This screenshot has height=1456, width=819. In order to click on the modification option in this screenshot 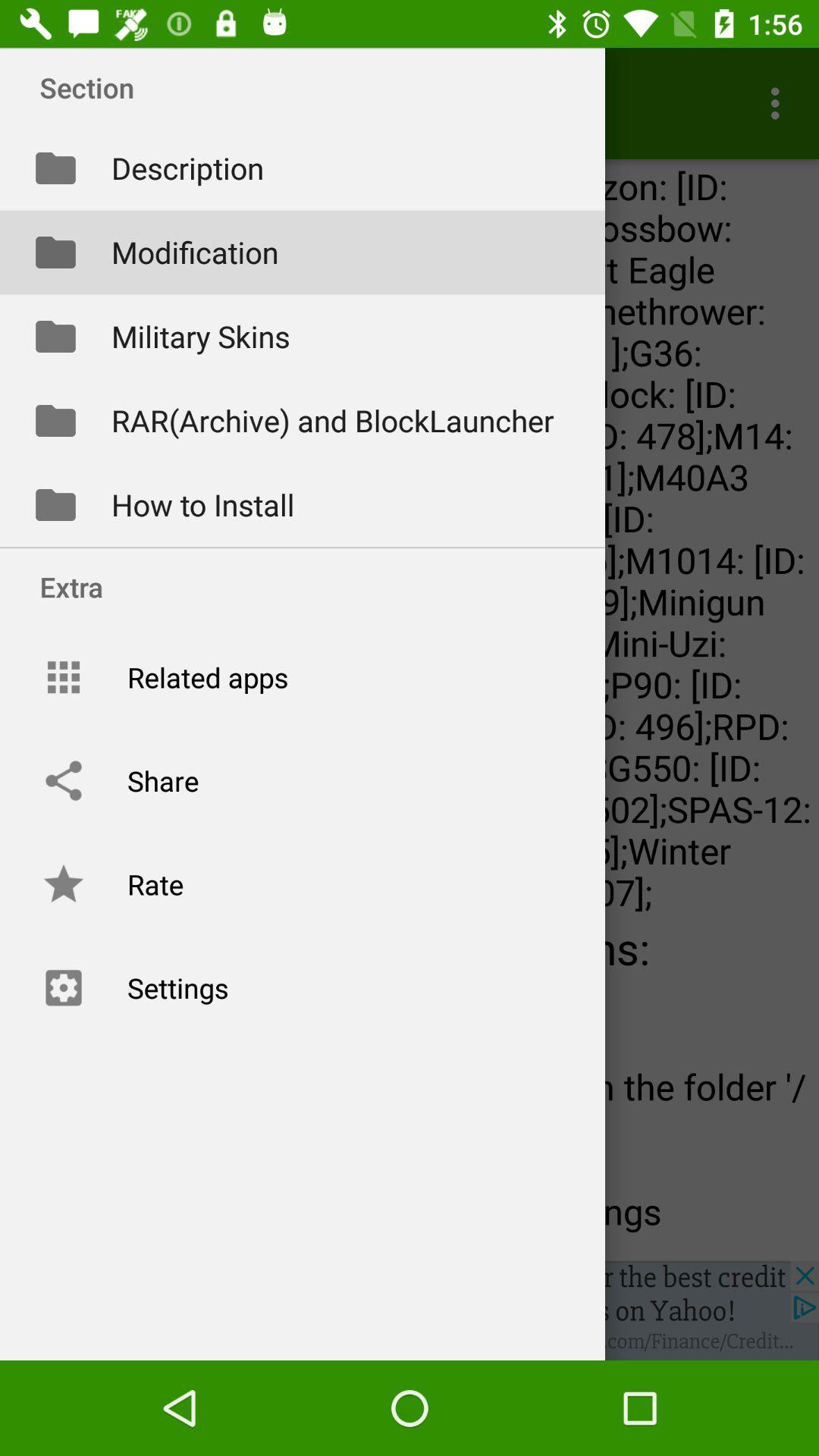, I will do `click(302, 253)`.